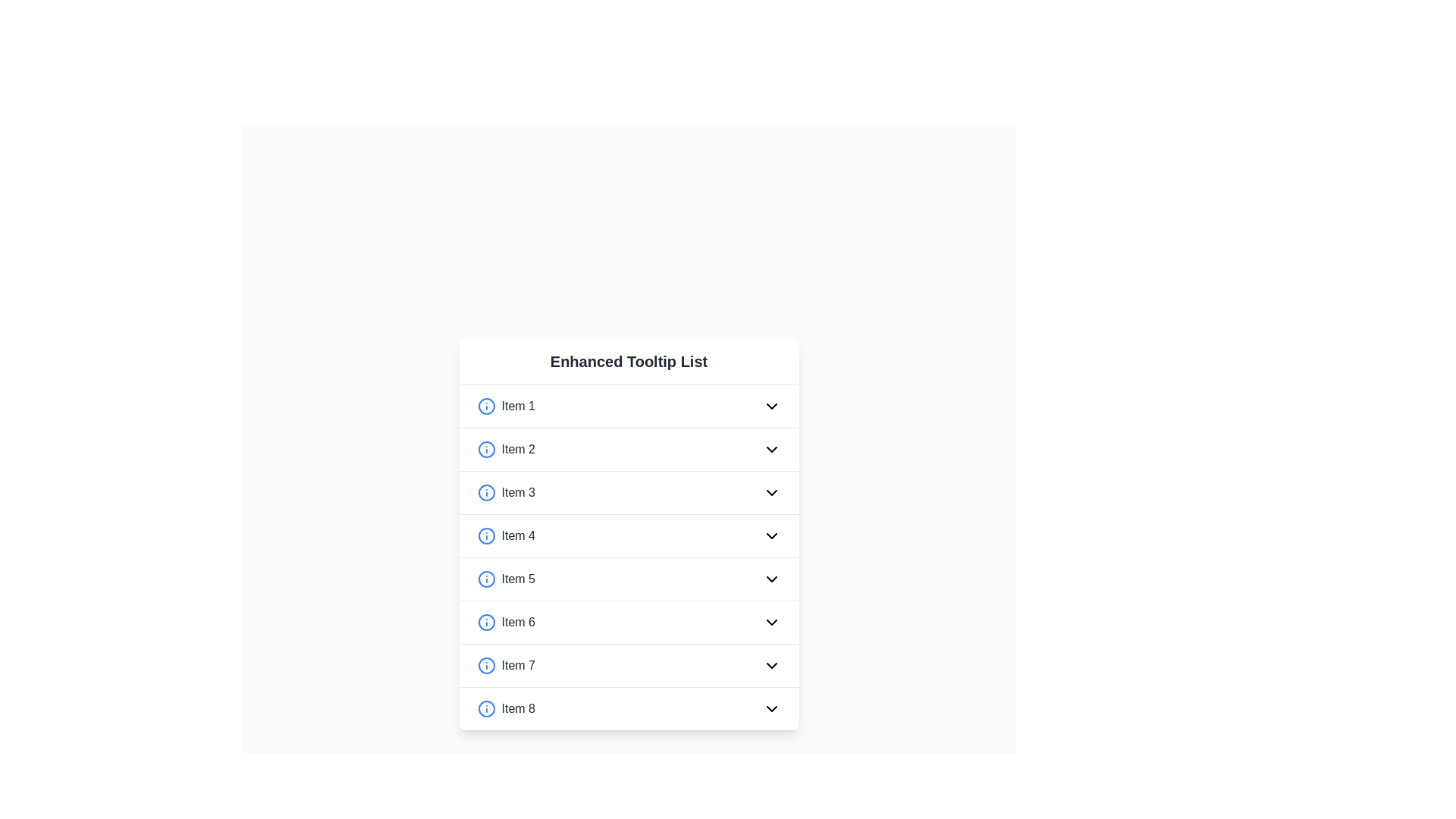  Describe the element at coordinates (629, 535) in the screenshot. I see `the fourth item in the vertical list of selectable items` at that location.